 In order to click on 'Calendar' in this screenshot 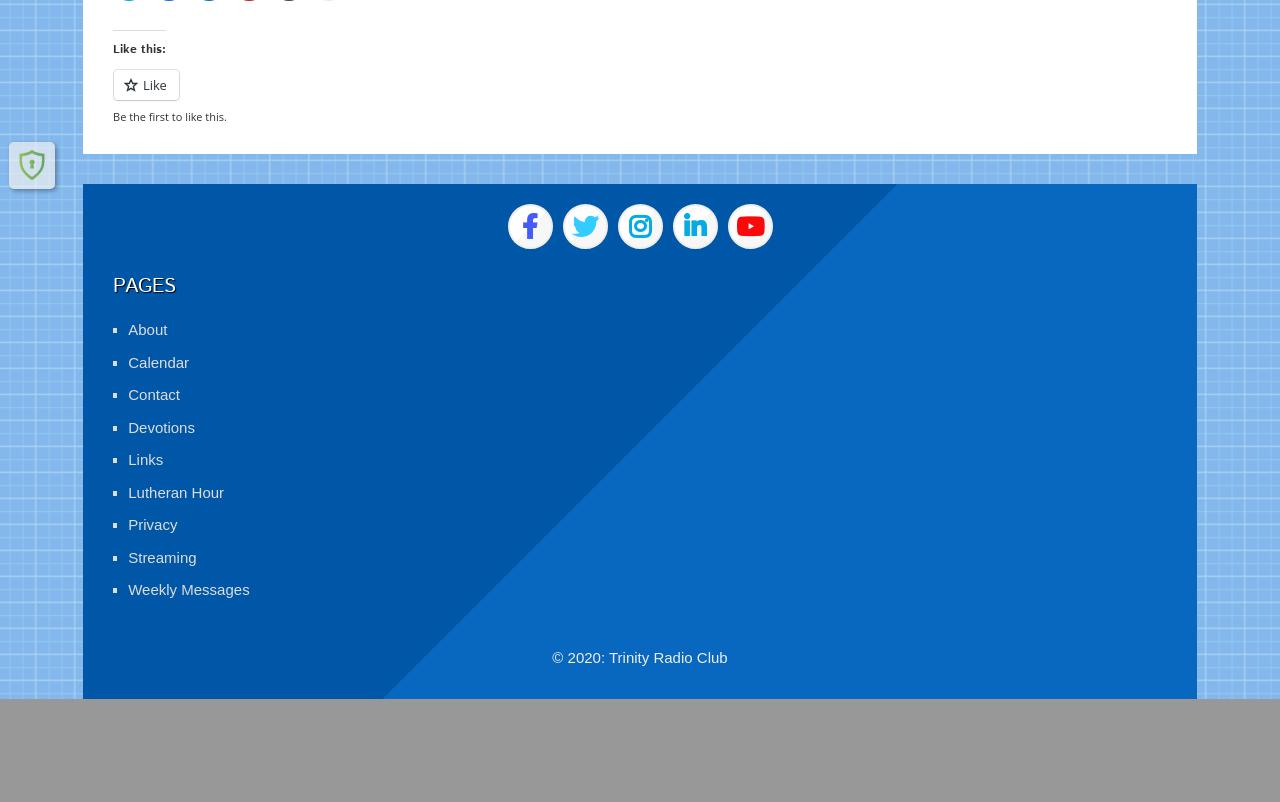, I will do `click(157, 339)`.